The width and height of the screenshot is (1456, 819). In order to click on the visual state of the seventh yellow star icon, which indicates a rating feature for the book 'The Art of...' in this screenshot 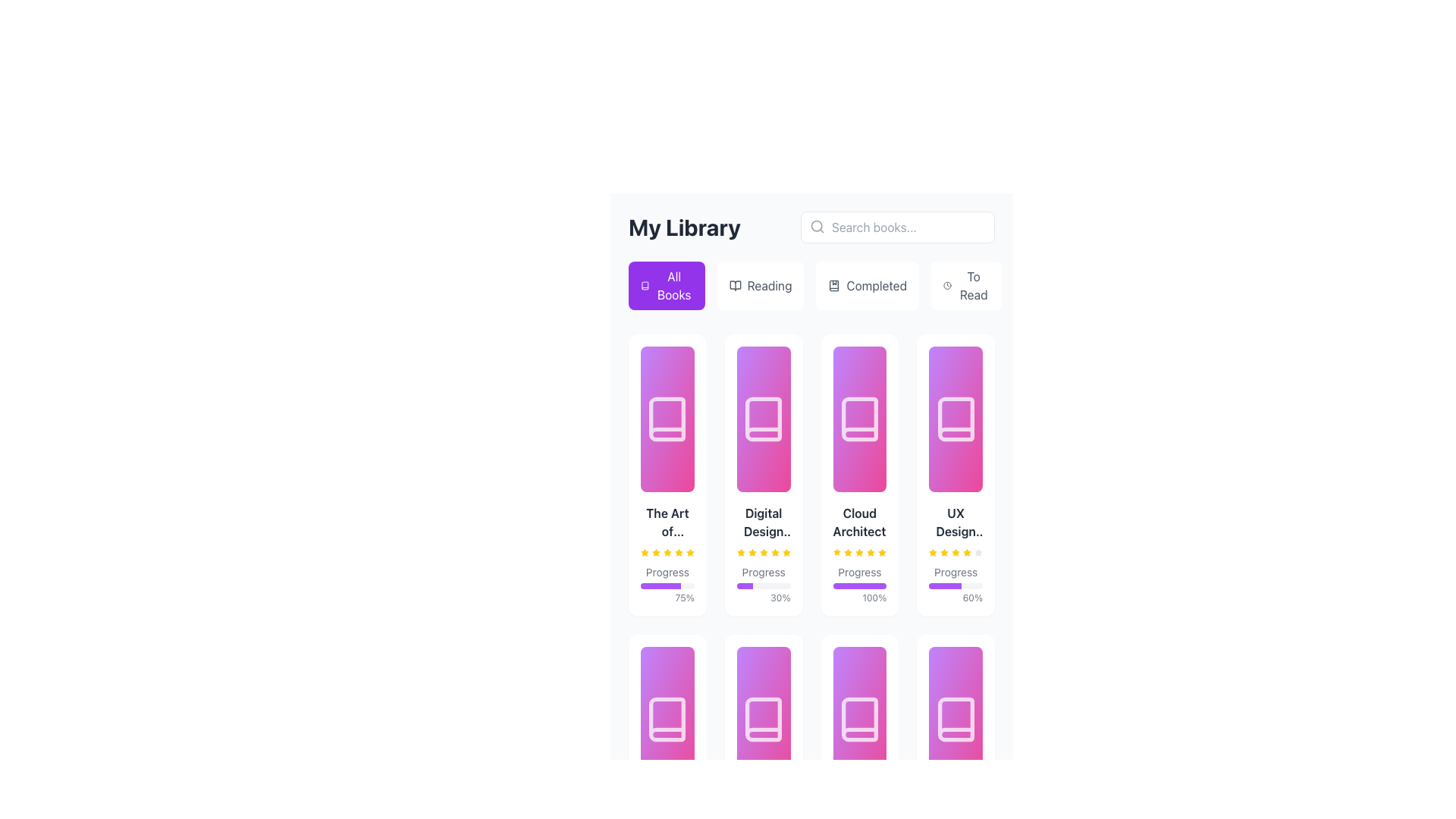, I will do `click(678, 553)`.